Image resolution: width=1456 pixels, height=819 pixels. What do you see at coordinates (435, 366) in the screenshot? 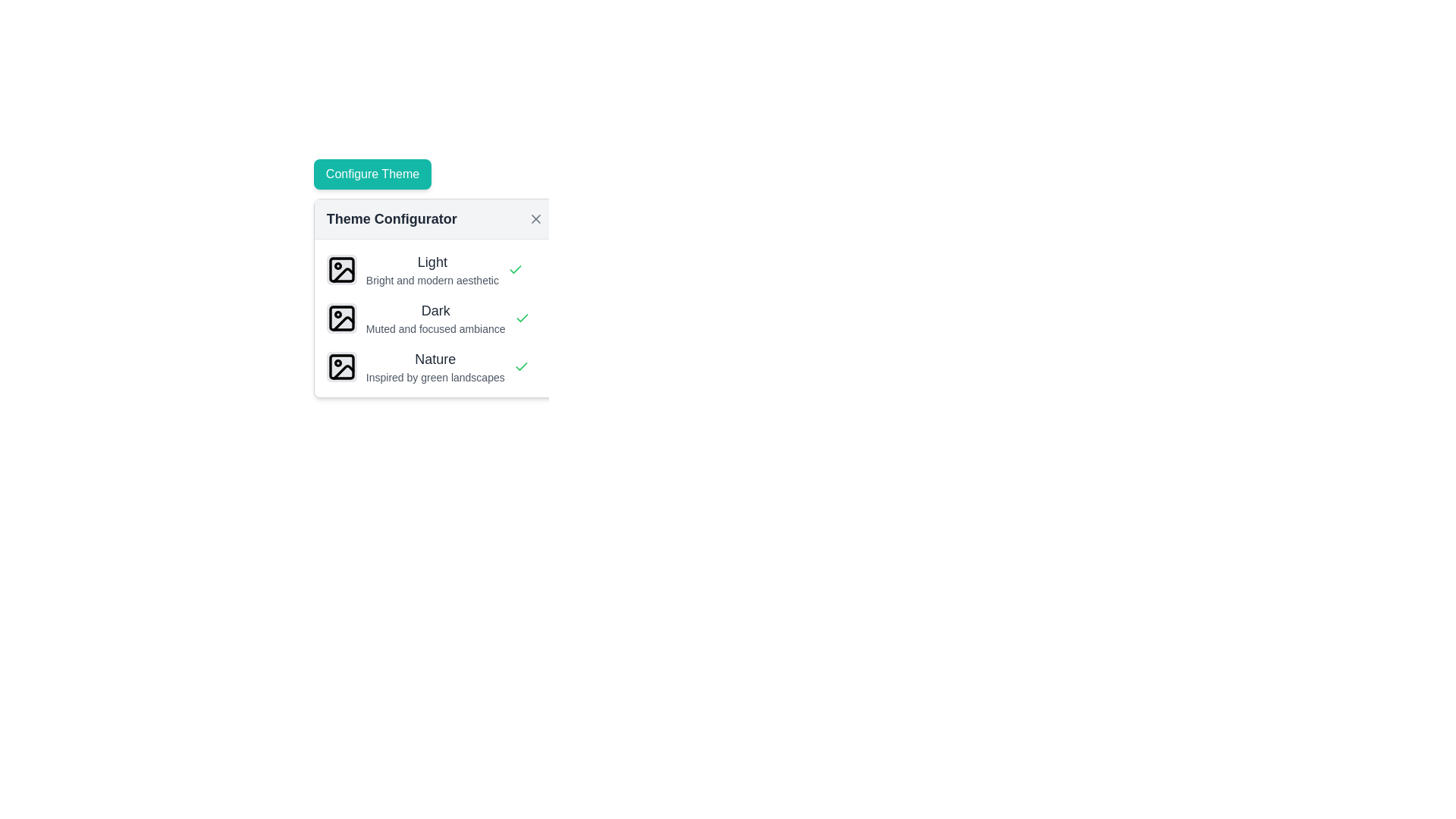
I see `the 'Nature' theme option text block, which is the third item in the vertical list within the 'Theme Configurator' widget` at bounding box center [435, 366].